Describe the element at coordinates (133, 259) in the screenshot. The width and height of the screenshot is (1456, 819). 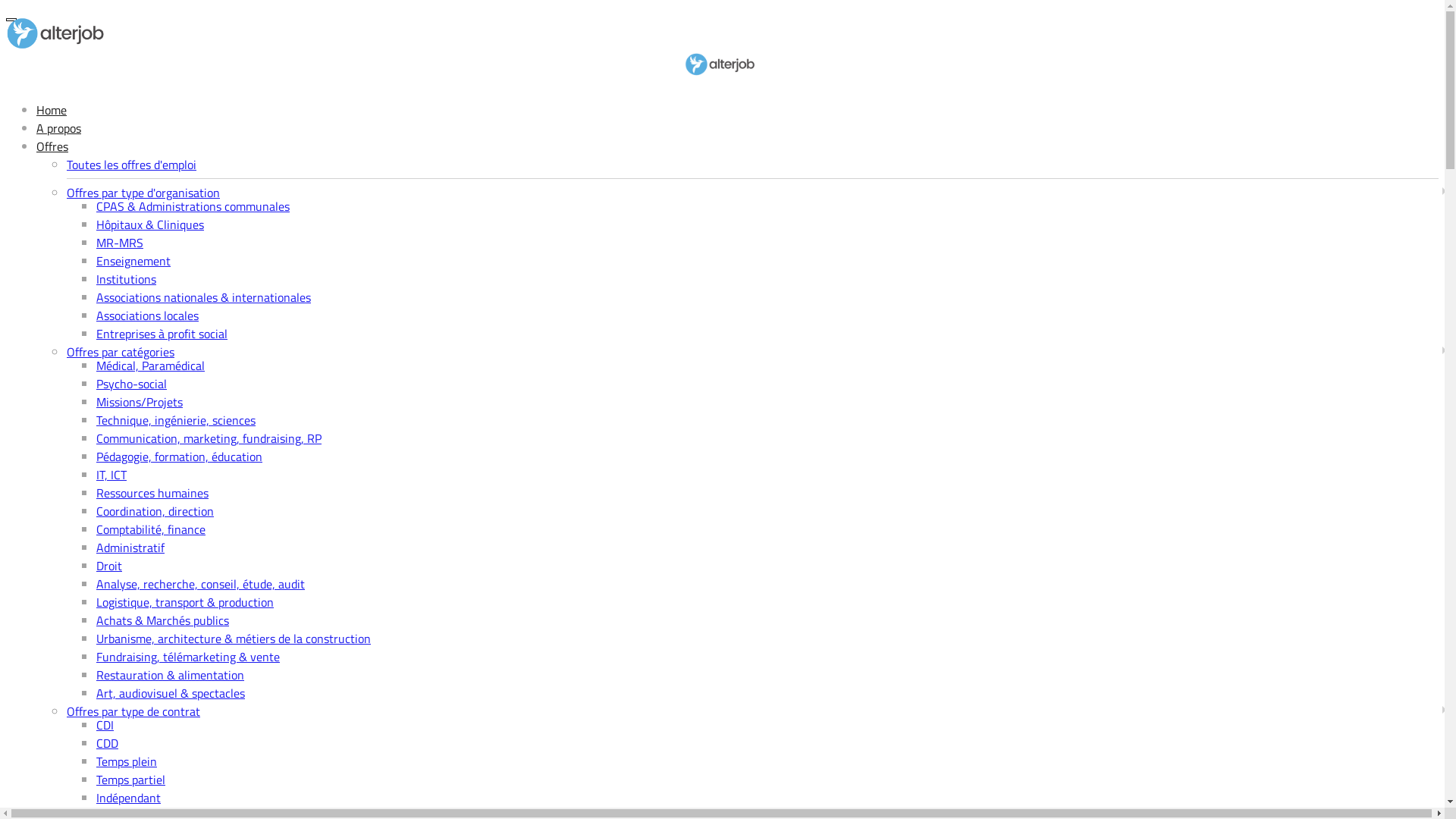
I see `'Enseignement'` at that location.